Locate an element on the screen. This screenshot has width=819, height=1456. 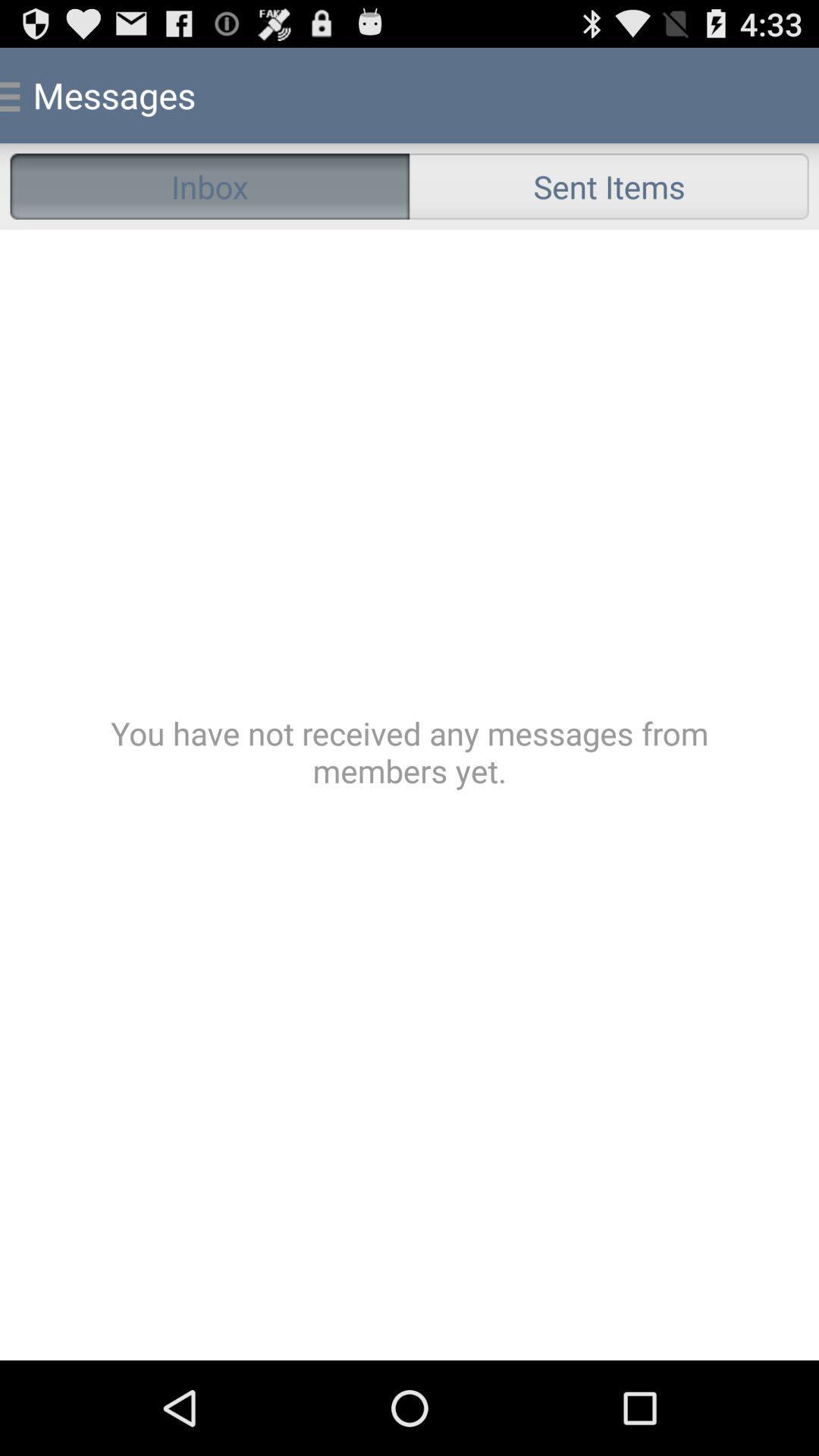
the sent items item is located at coordinates (608, 185).